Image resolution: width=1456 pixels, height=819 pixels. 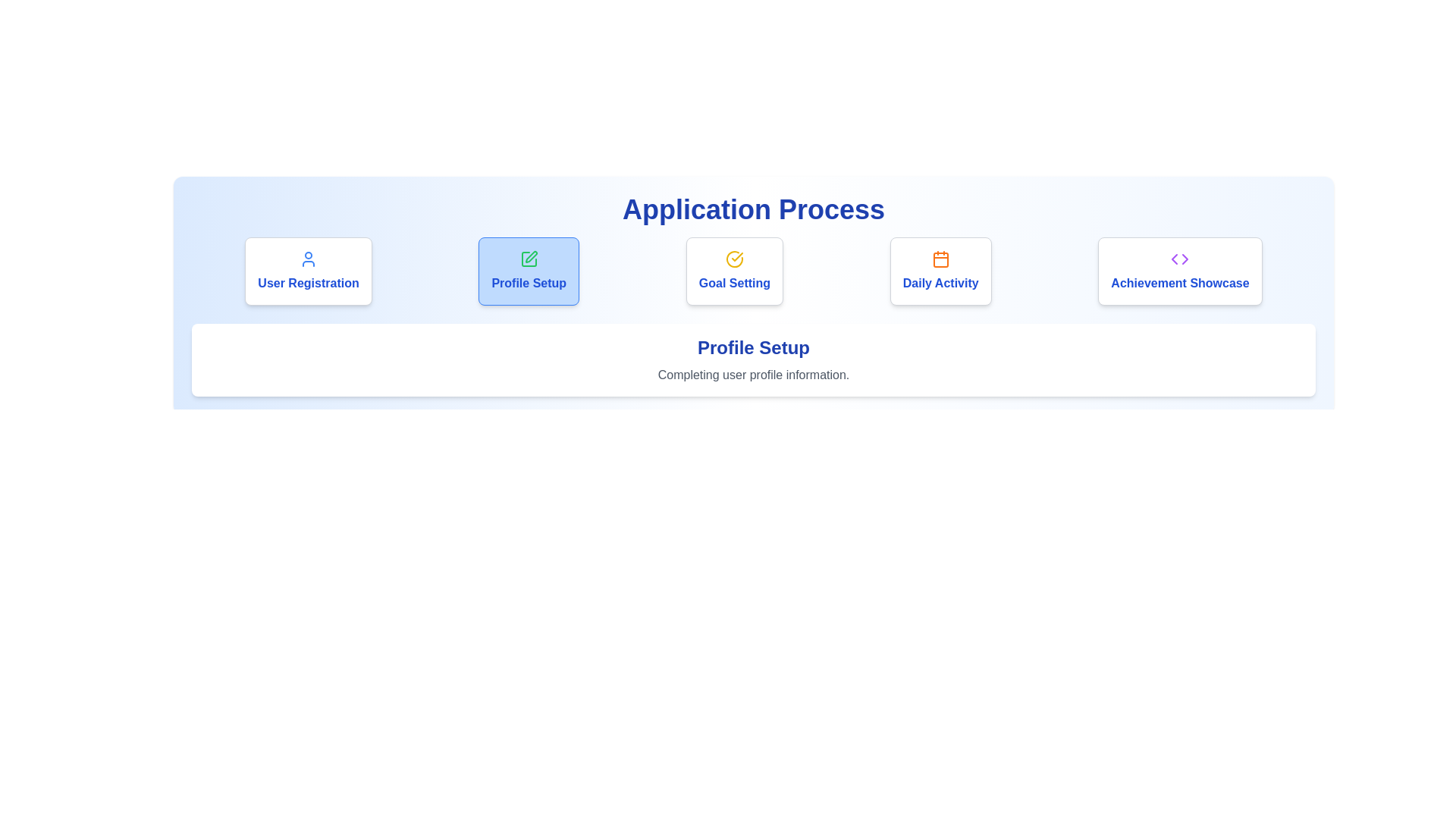 I want to click on the graphical icon representing a checkmark within a circle, which serves as a completion indicator for the 'Goal Setting' section of the application, so click(x=735, y=259).